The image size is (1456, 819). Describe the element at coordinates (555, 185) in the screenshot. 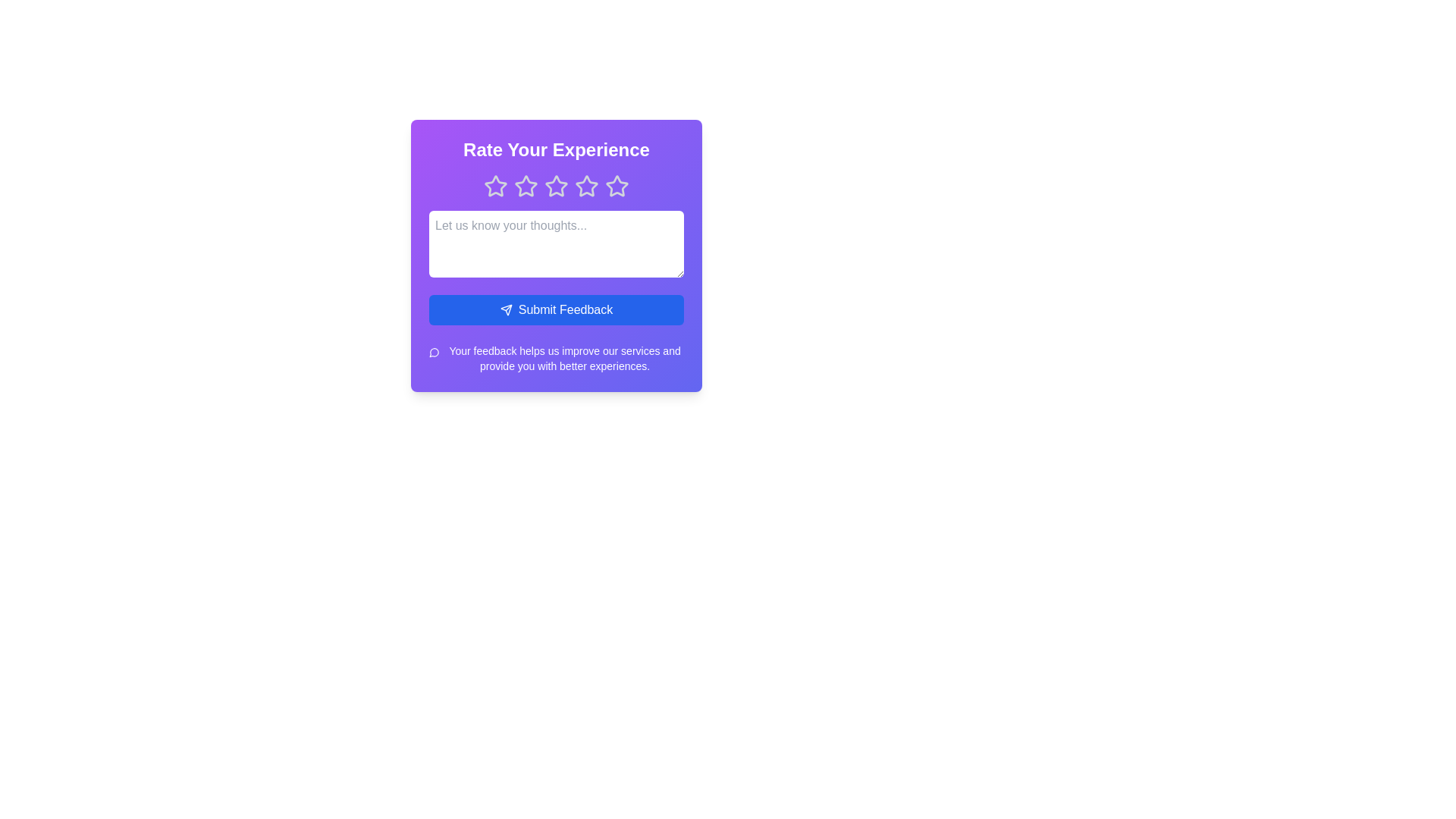

I see `the third star in the star rating component` at that location.